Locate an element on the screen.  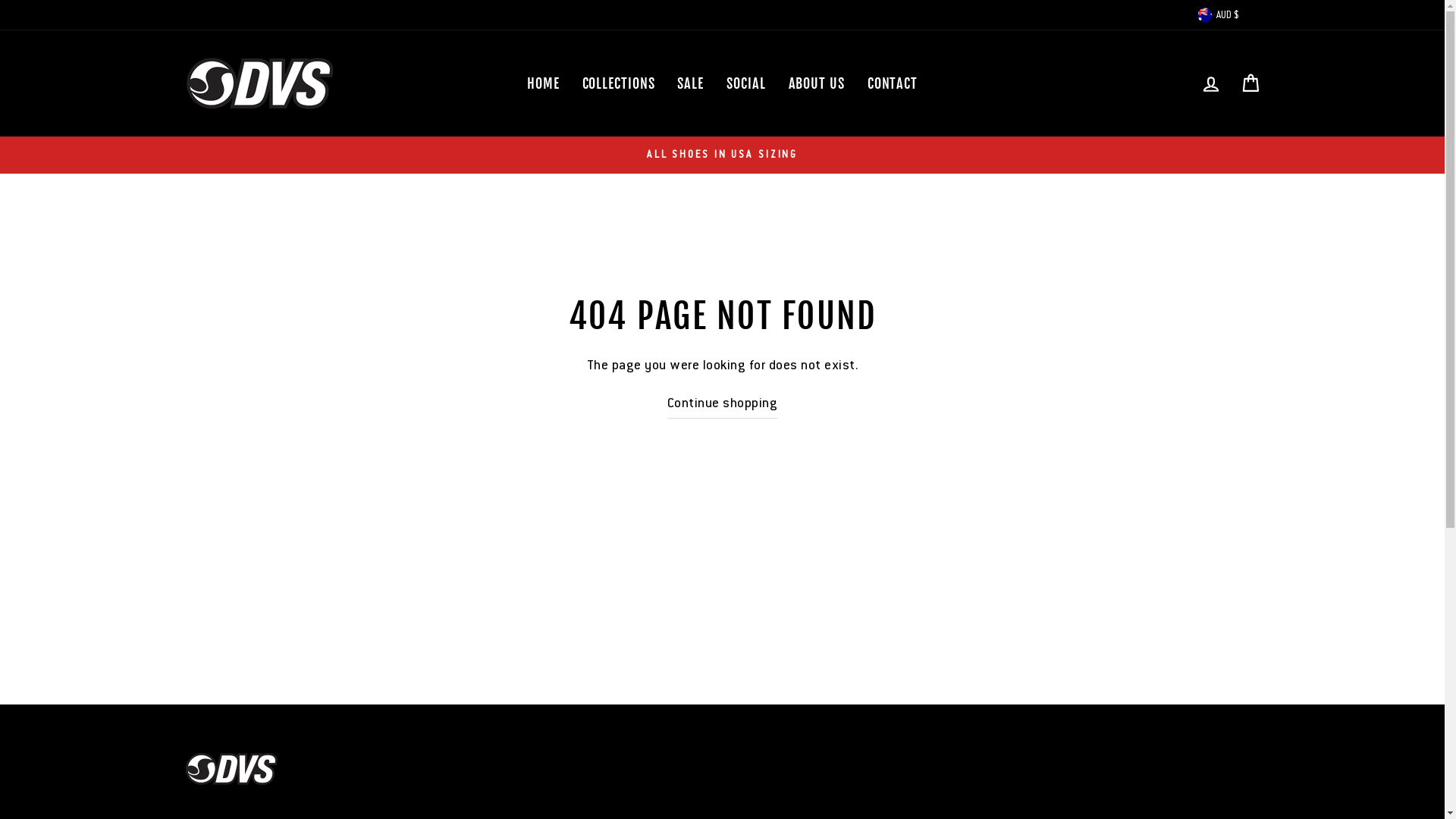
'COLLECTIONS' is located at coordinates (570, 83).